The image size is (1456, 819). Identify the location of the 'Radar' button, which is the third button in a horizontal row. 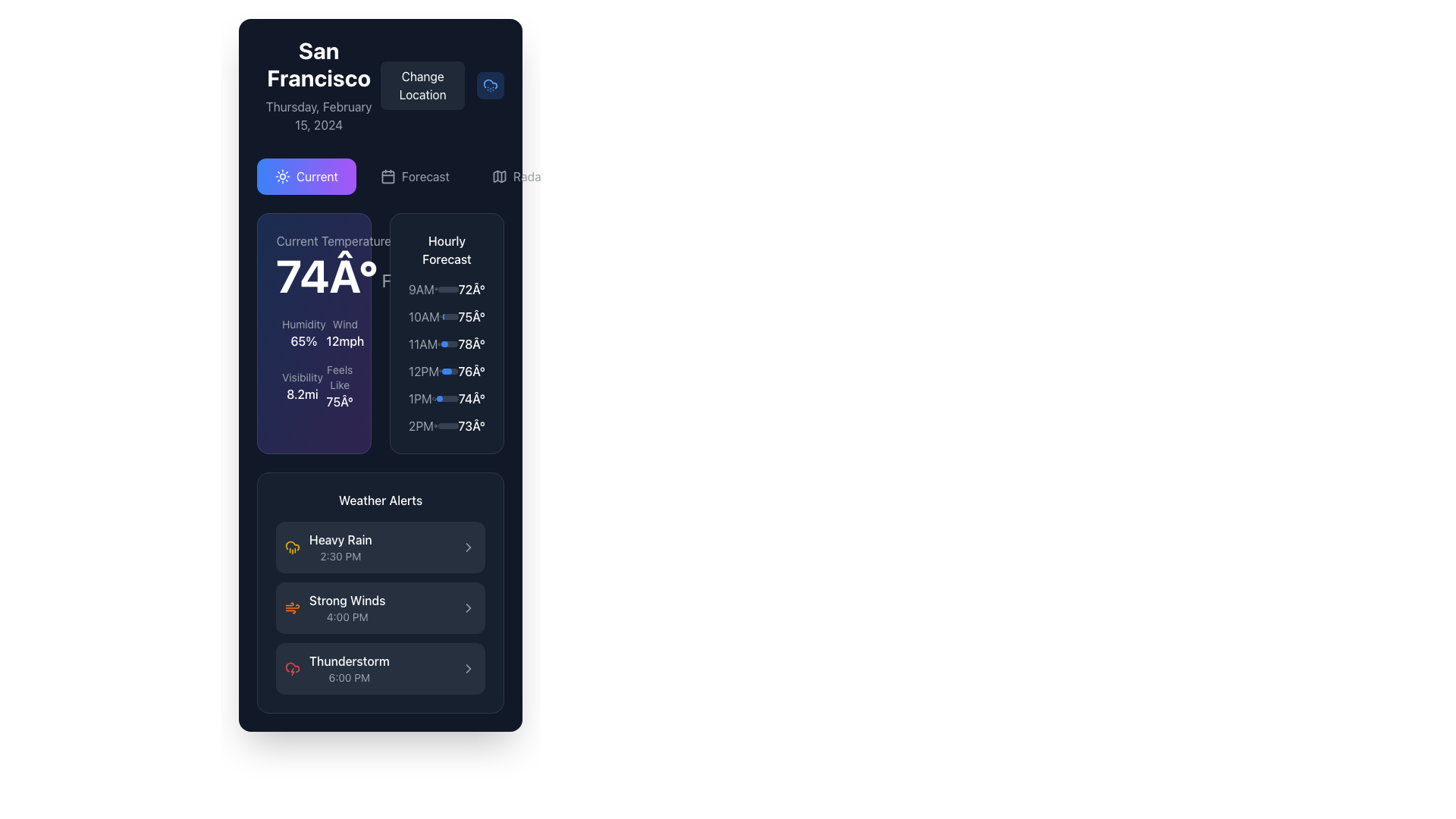
(519, 175).